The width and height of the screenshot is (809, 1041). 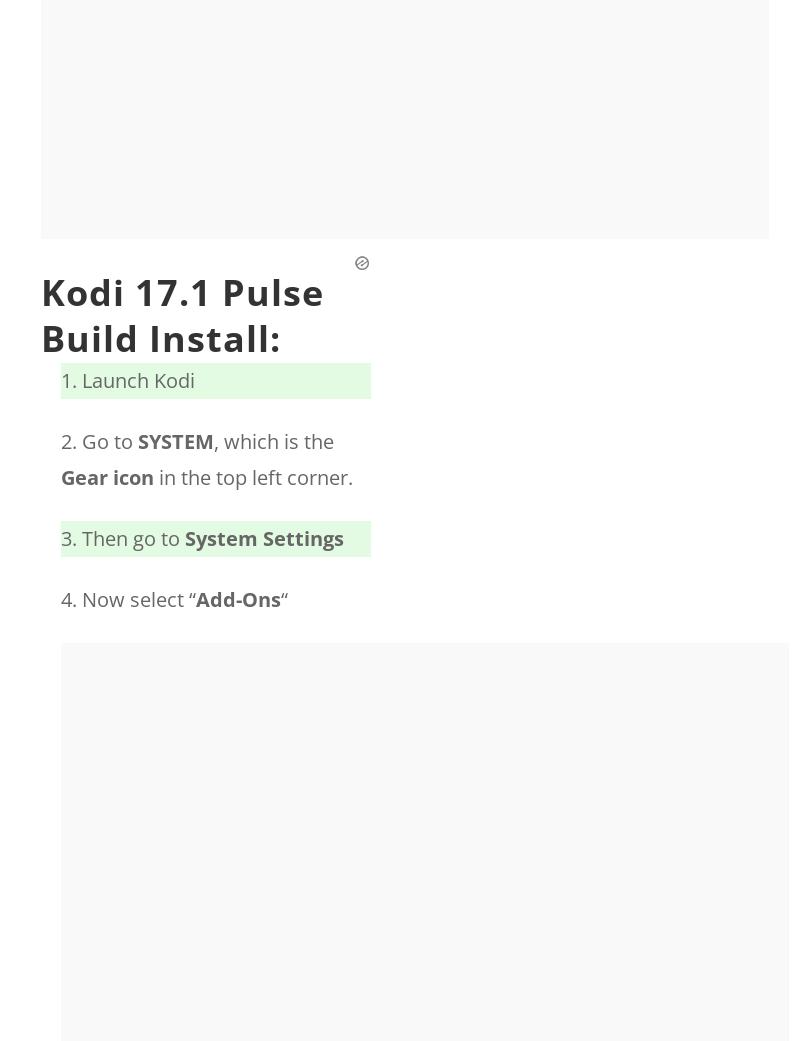 What do you see at coordinates (184, 538) in the screenshot?
I see `'System Settings'` at bounding box center [184, 538].